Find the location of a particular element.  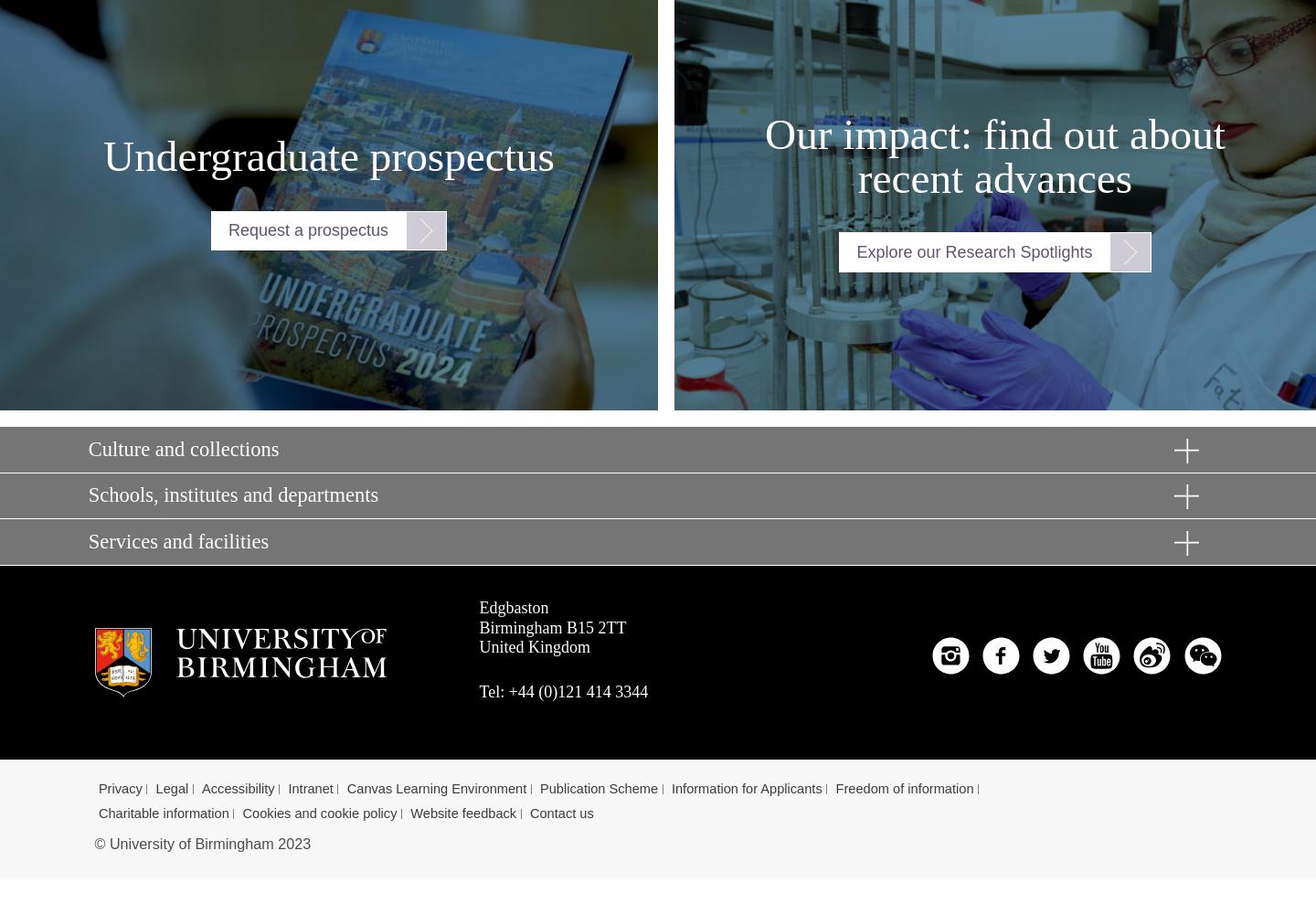

'Contact us' is located at coordinates (560, 813).